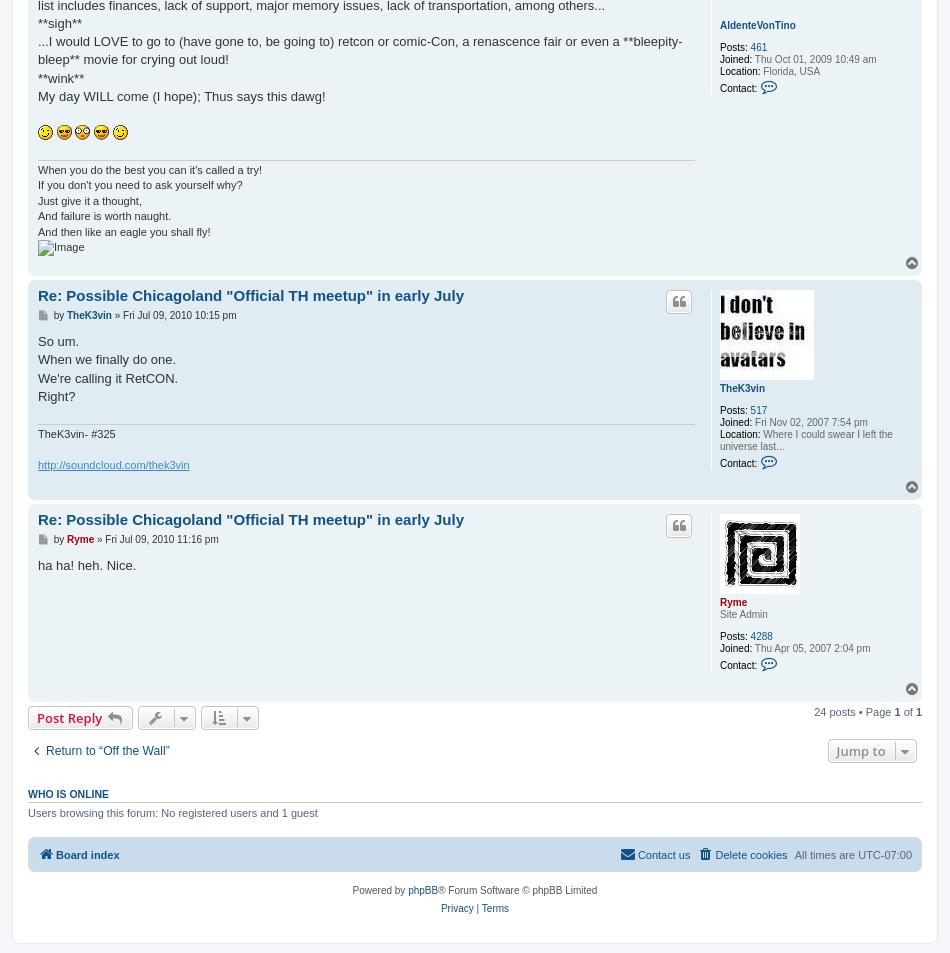 This screenshot has height=953, width=950. Describe the element at coordinates (140, 183) in the screenshot. I see `'If you don't you need to ask yourself why?'` at that location.